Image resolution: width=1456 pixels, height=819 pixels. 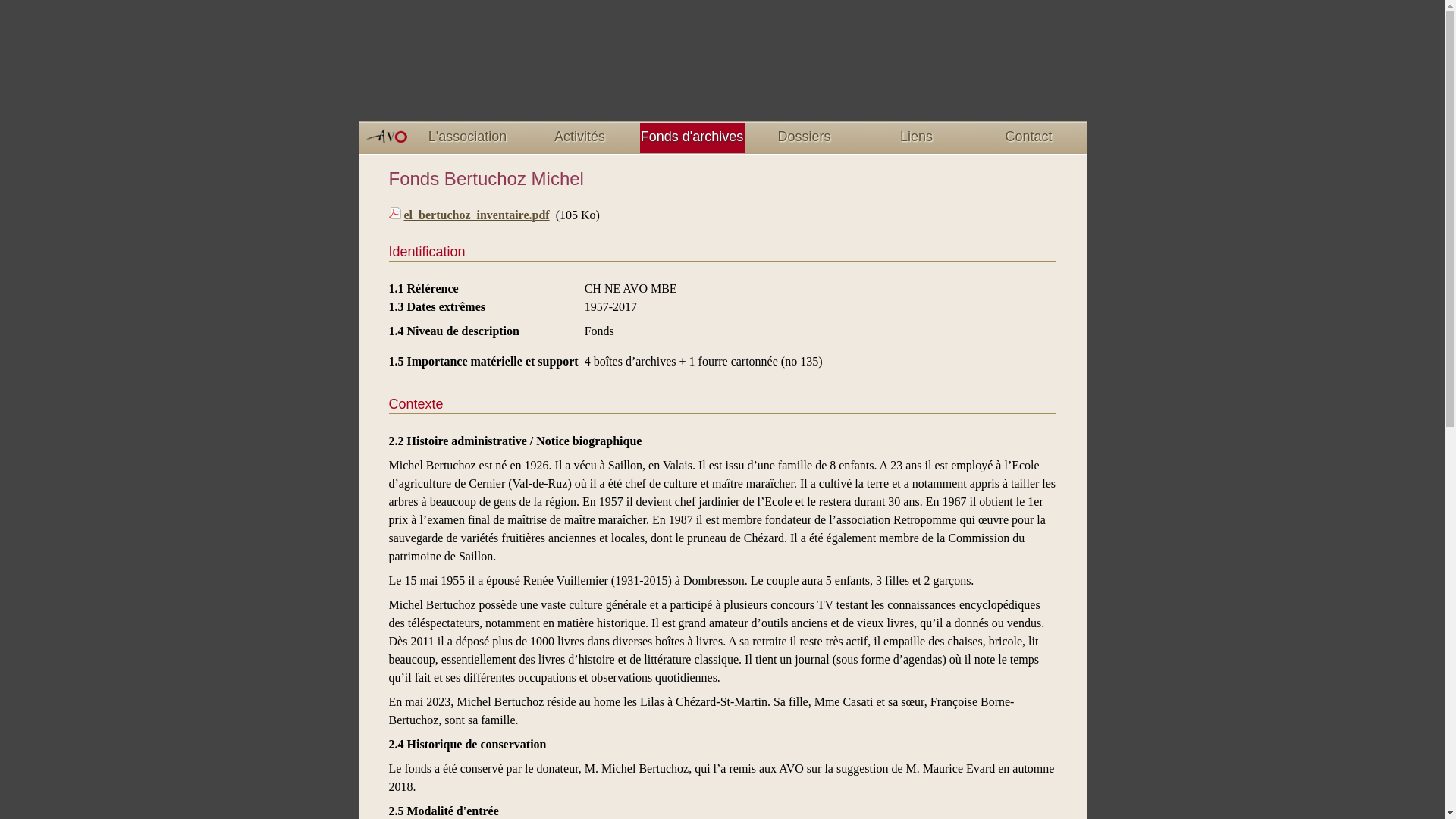 I want to click on 'Fonds d'archives', so click(x=691, y=137).